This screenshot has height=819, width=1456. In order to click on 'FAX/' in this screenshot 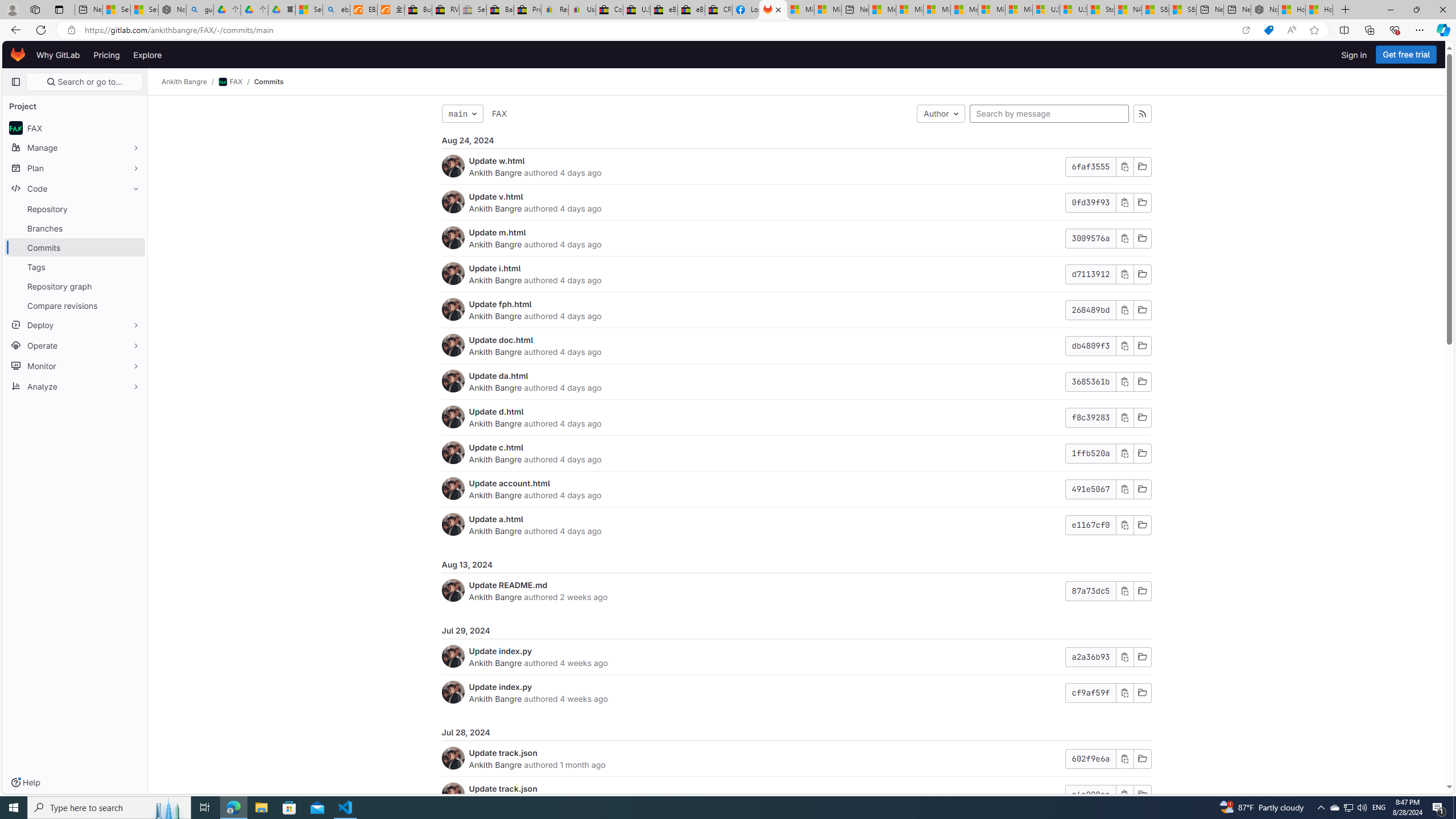, I will do `click(236, 81)`.